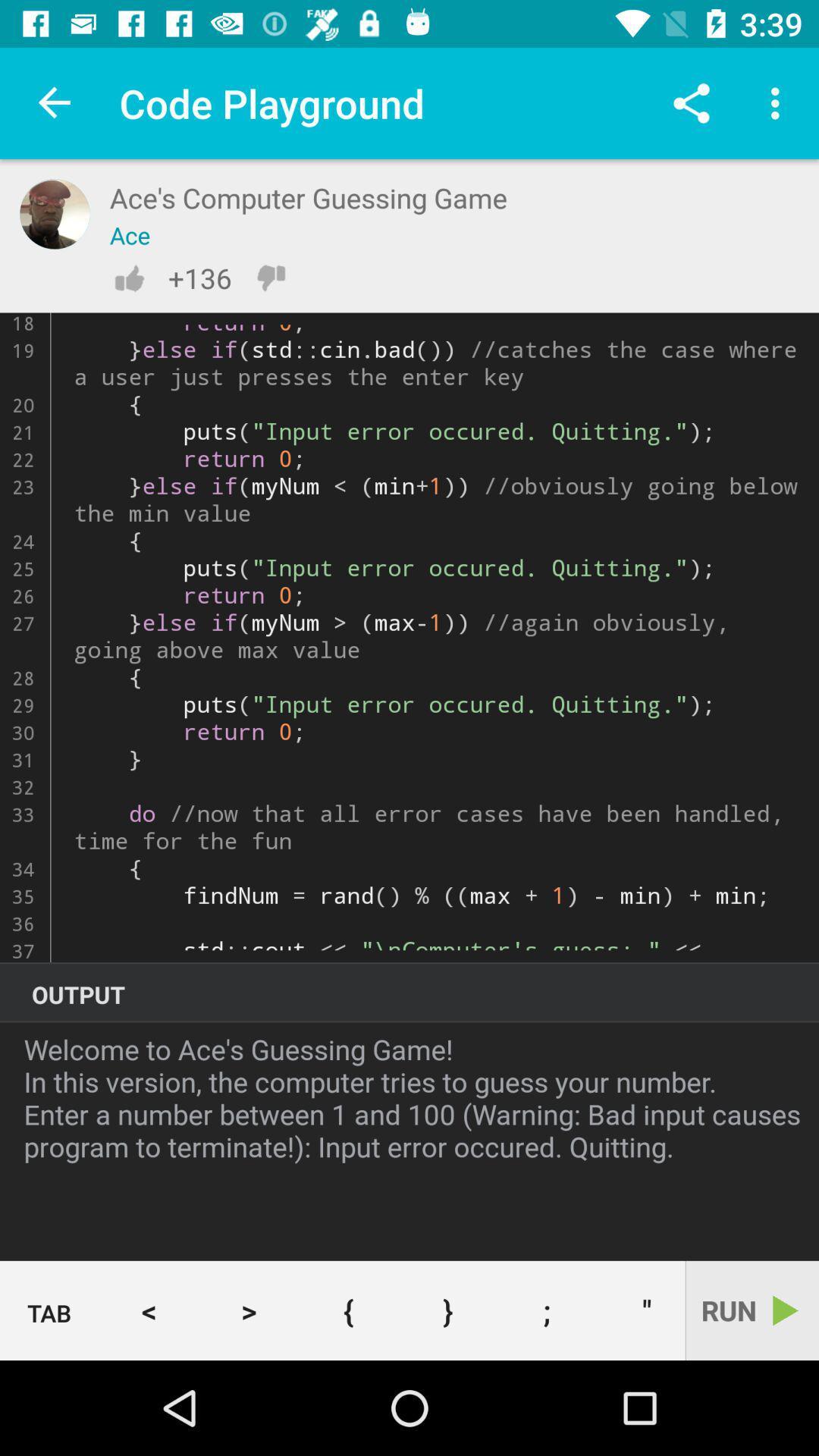 Image resolution: width=819 pixels, height=1456 pixels. Describe the element at coordinates (447, 1310) in the screenshot. I see `the icon next to {` at that location.